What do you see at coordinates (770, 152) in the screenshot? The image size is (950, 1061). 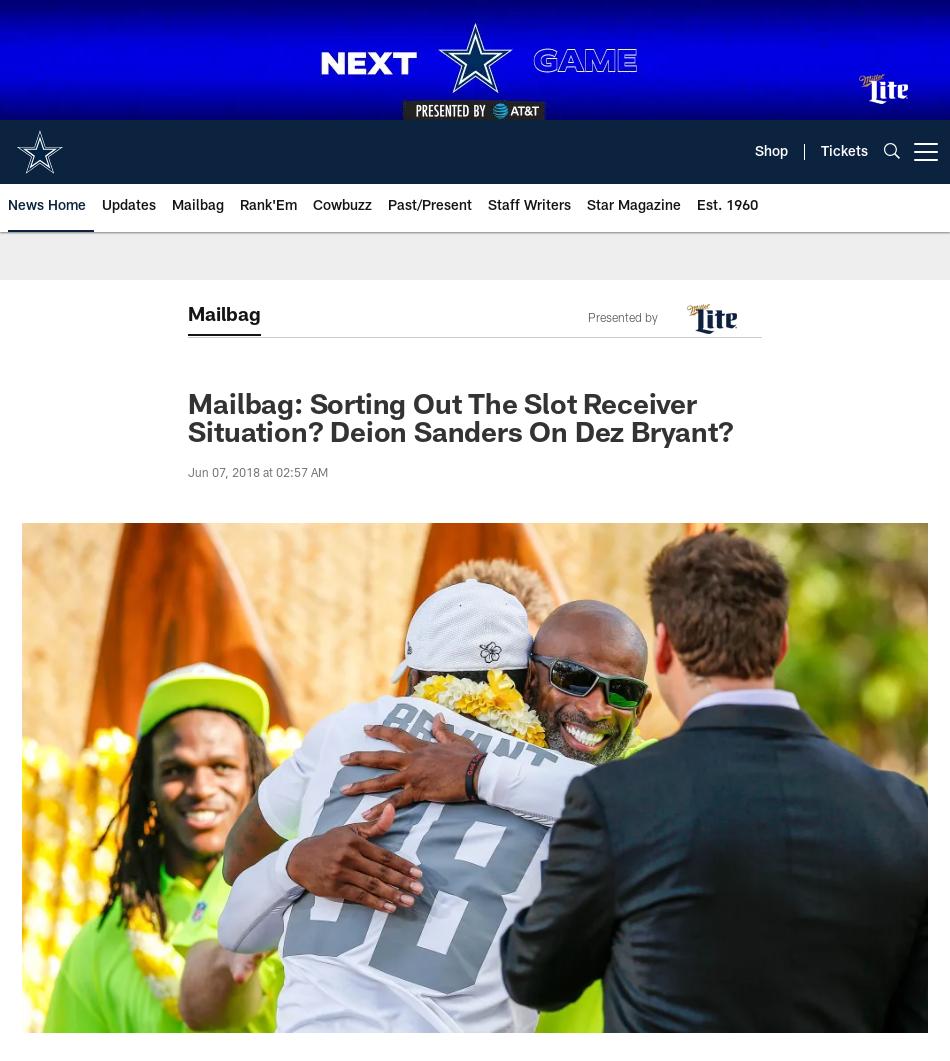 I see `'Shop'` at bounding box center [770, 152].